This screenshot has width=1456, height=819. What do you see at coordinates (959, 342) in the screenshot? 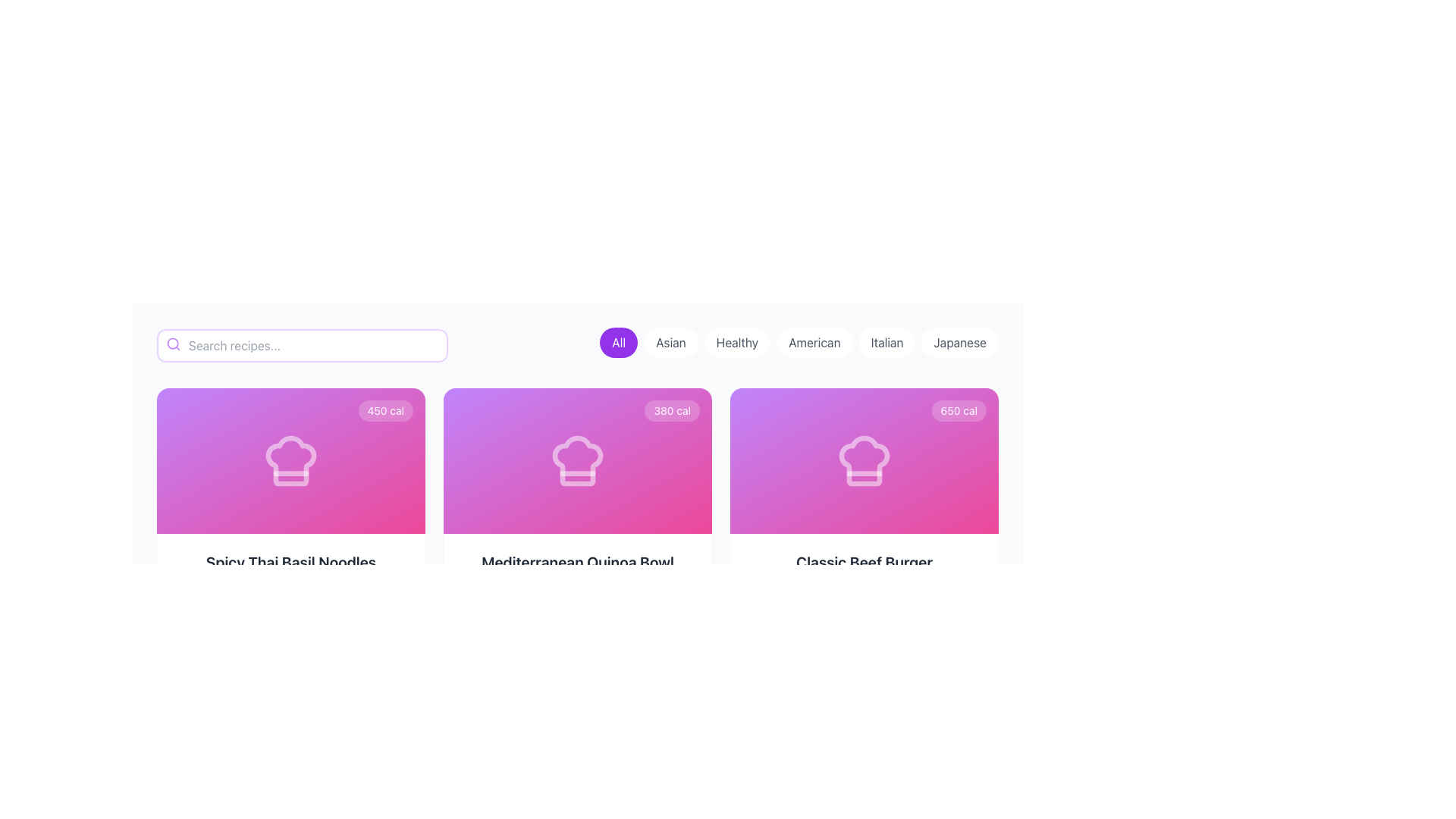
I see `the pill-shaped button labeled 'Japanese' to observe the hover effect, which changes the background to a light purple shade` at bounding box center [959, 342].